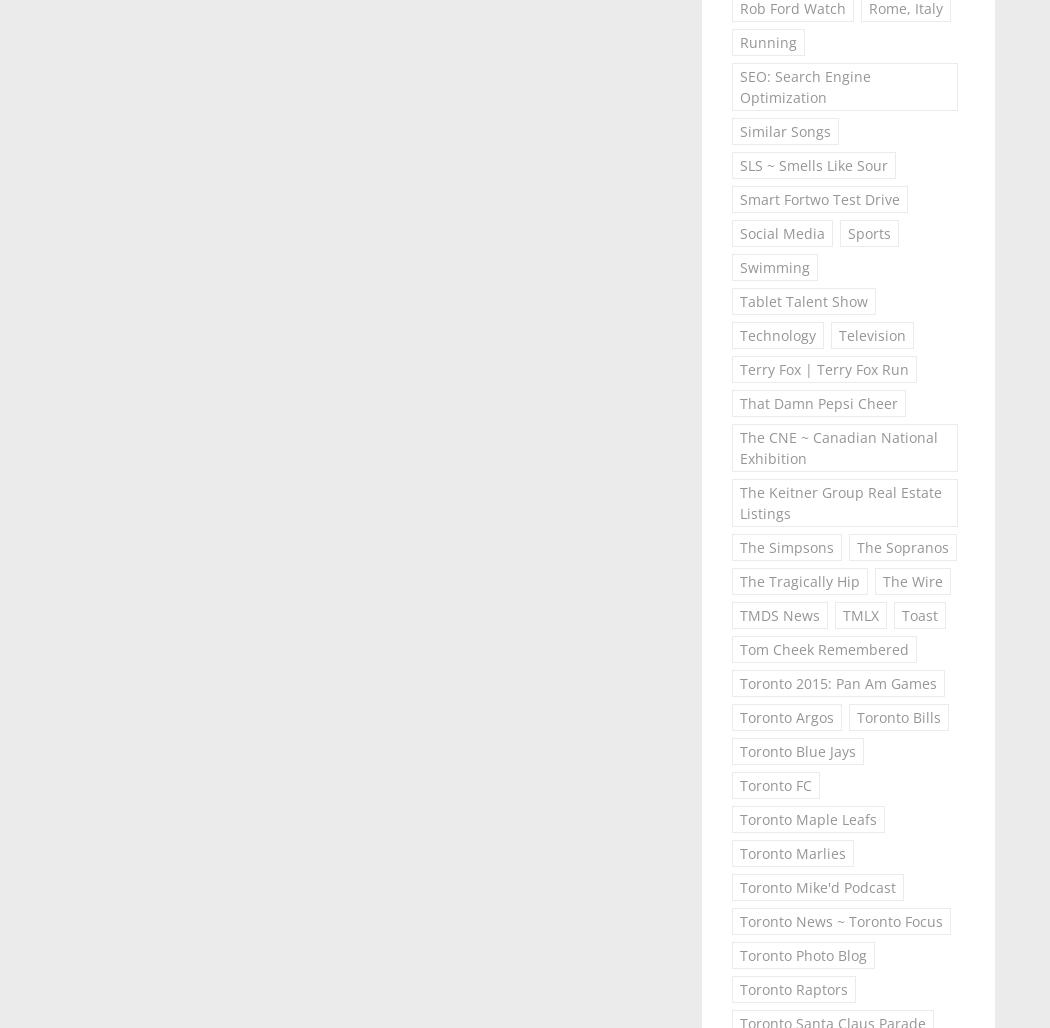  Describe the element at coordinates (901, 547) in the screenshot. I see `'The Sopranos'` at that location.